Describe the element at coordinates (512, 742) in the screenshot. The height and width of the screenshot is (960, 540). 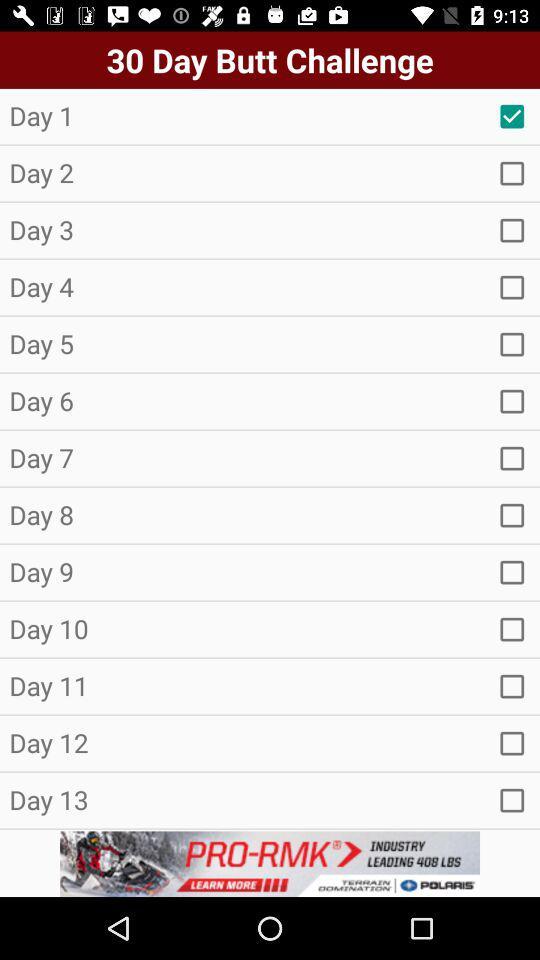
I see `check box selection` at that location.